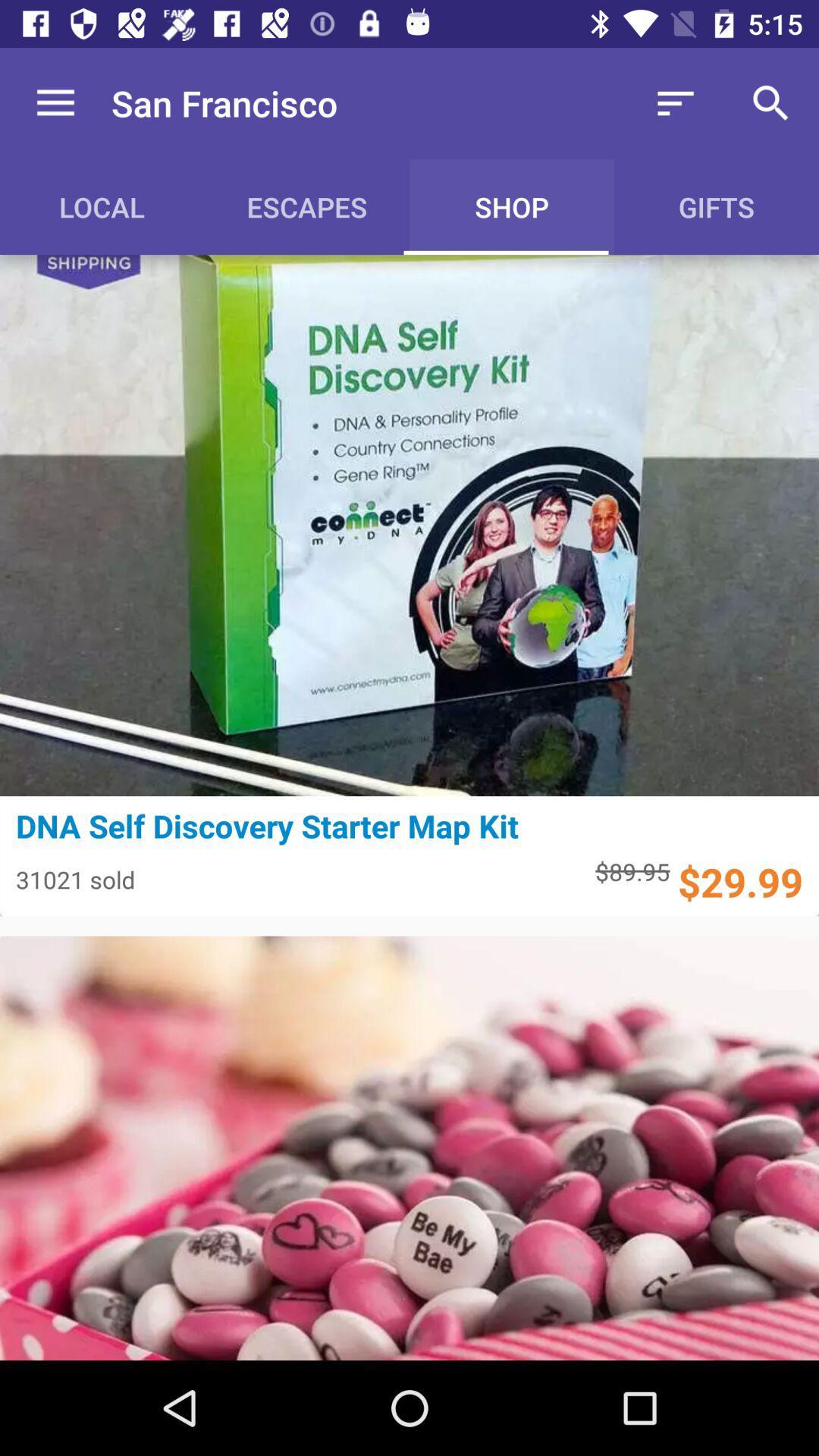  I want to click on the item next to the san francisco icon, so click(55, 102).